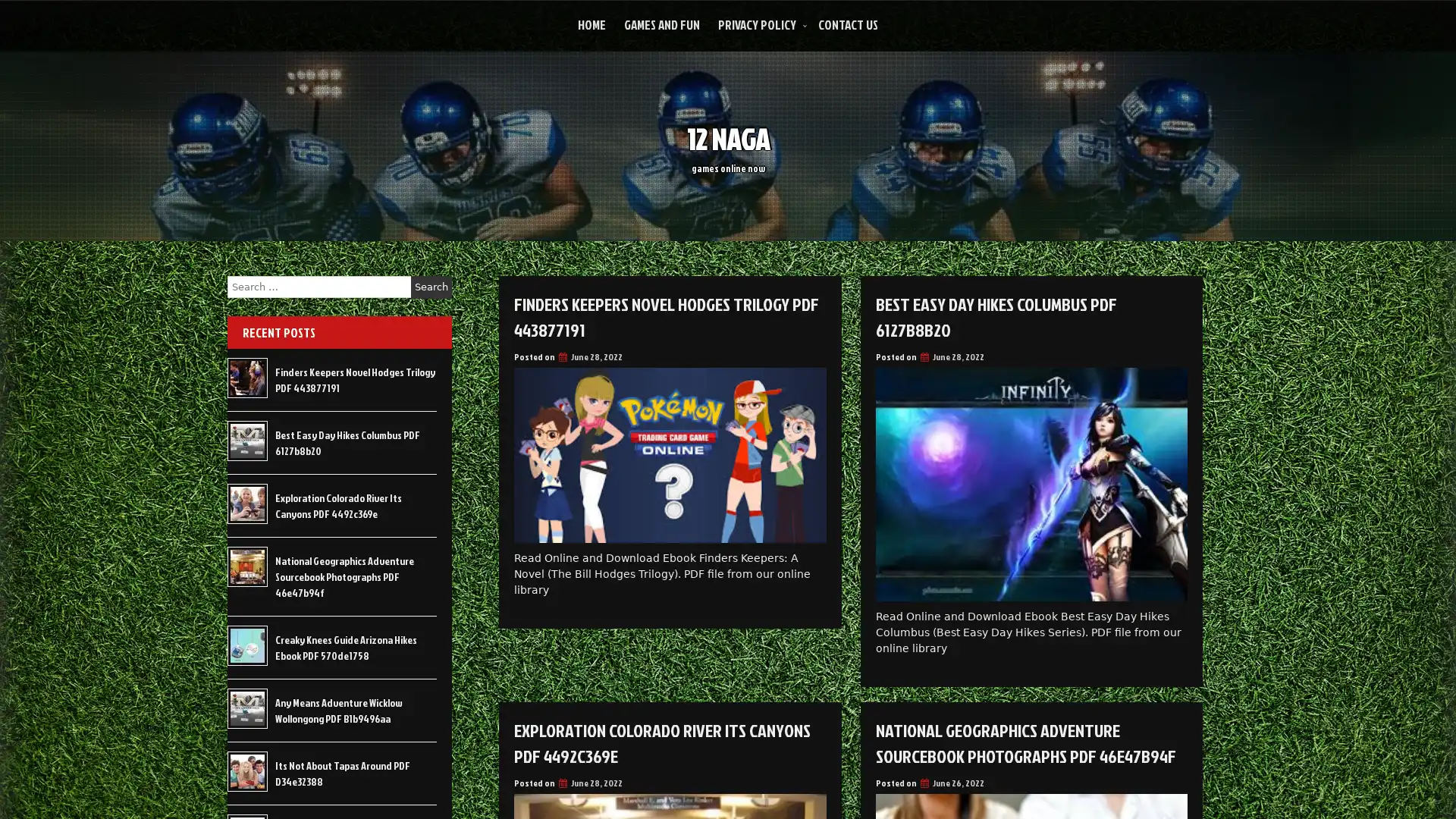 This screenshot has width=1456, height=819. What do you see at coordinates (431, 287) in the screenshot?
I see `Search` at bounding box center [431, 287].